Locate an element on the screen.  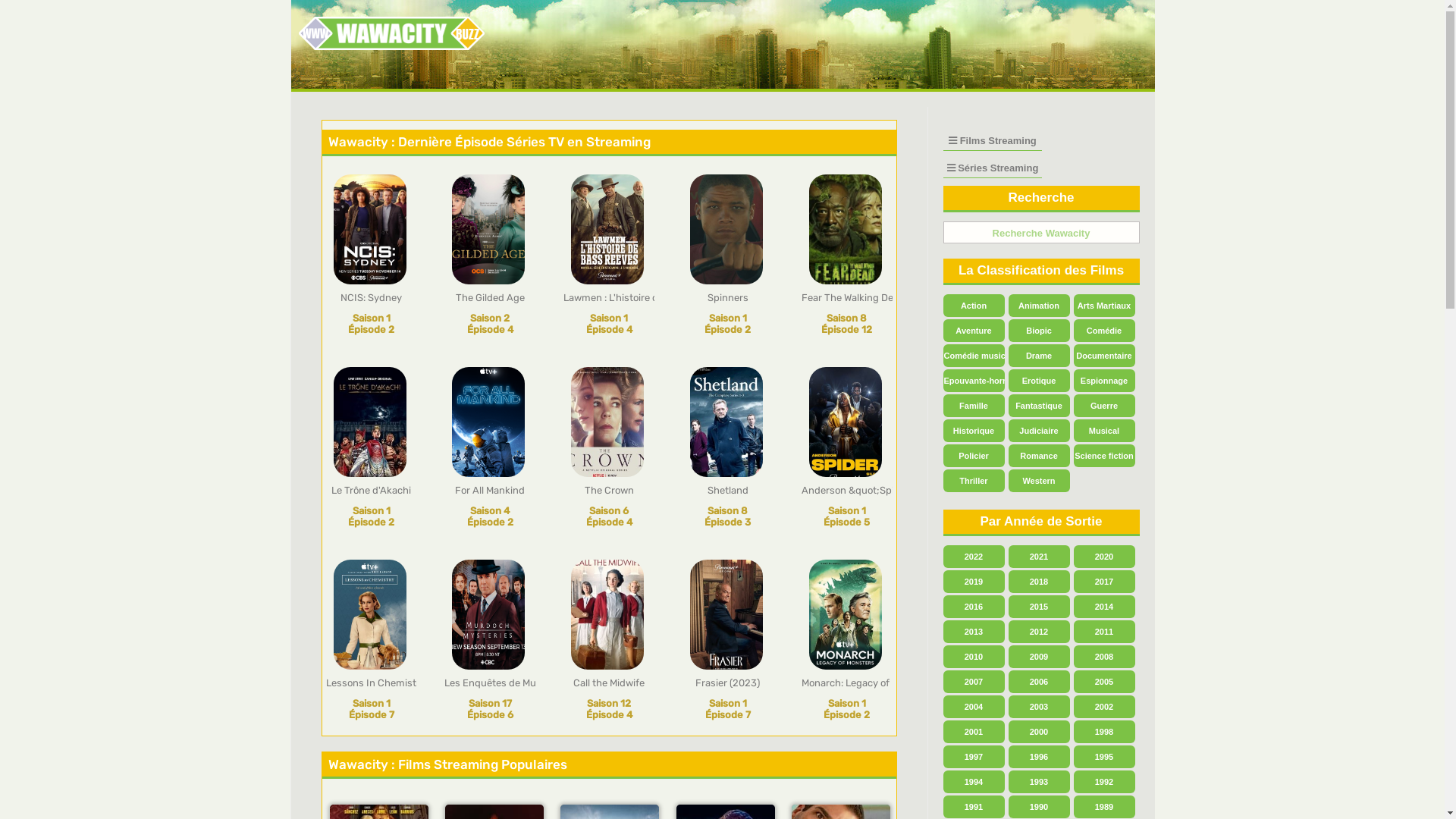
'2007' is located at coordinates (974, 680).